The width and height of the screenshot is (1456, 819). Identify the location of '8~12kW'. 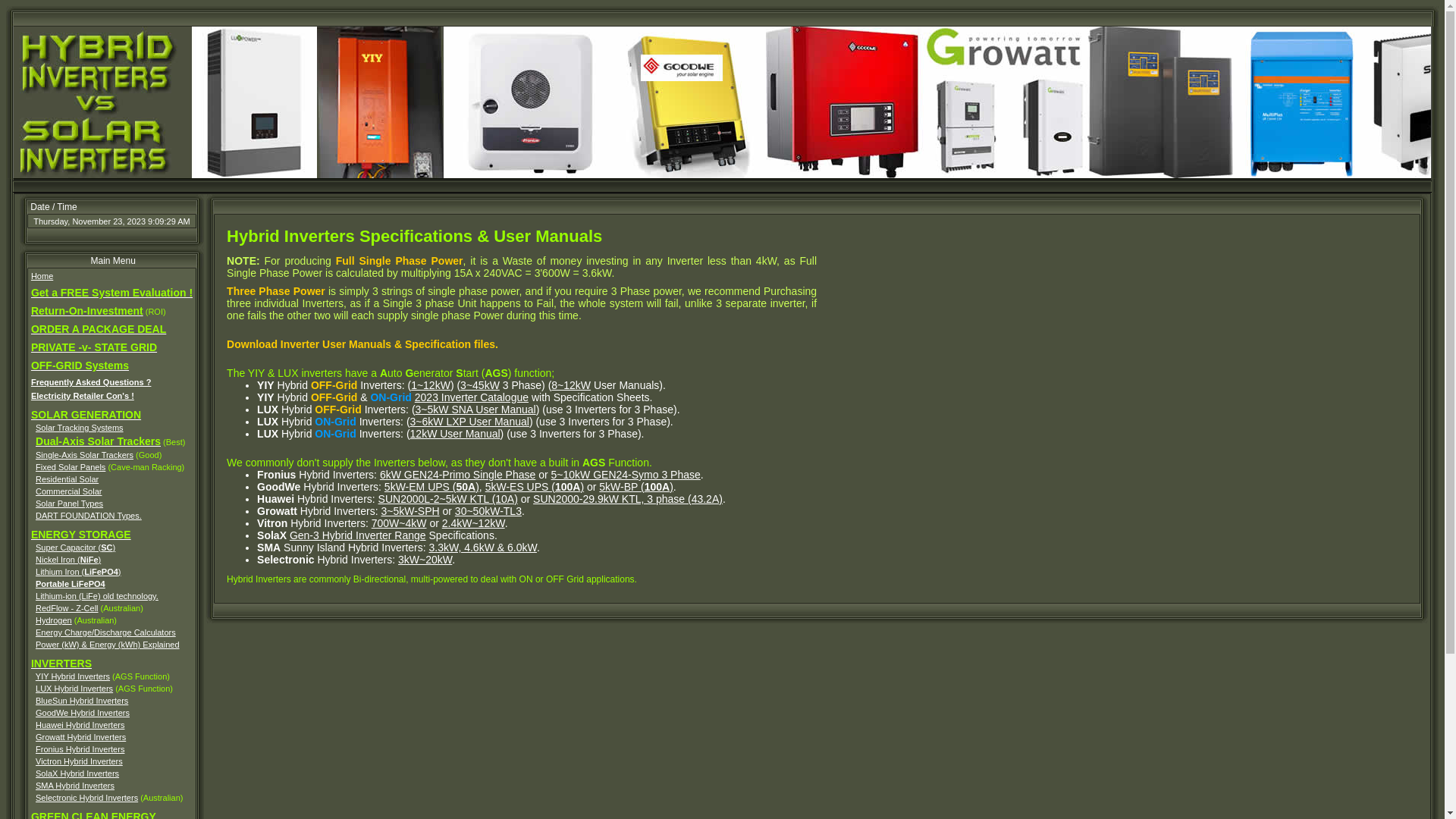
(550, 384).